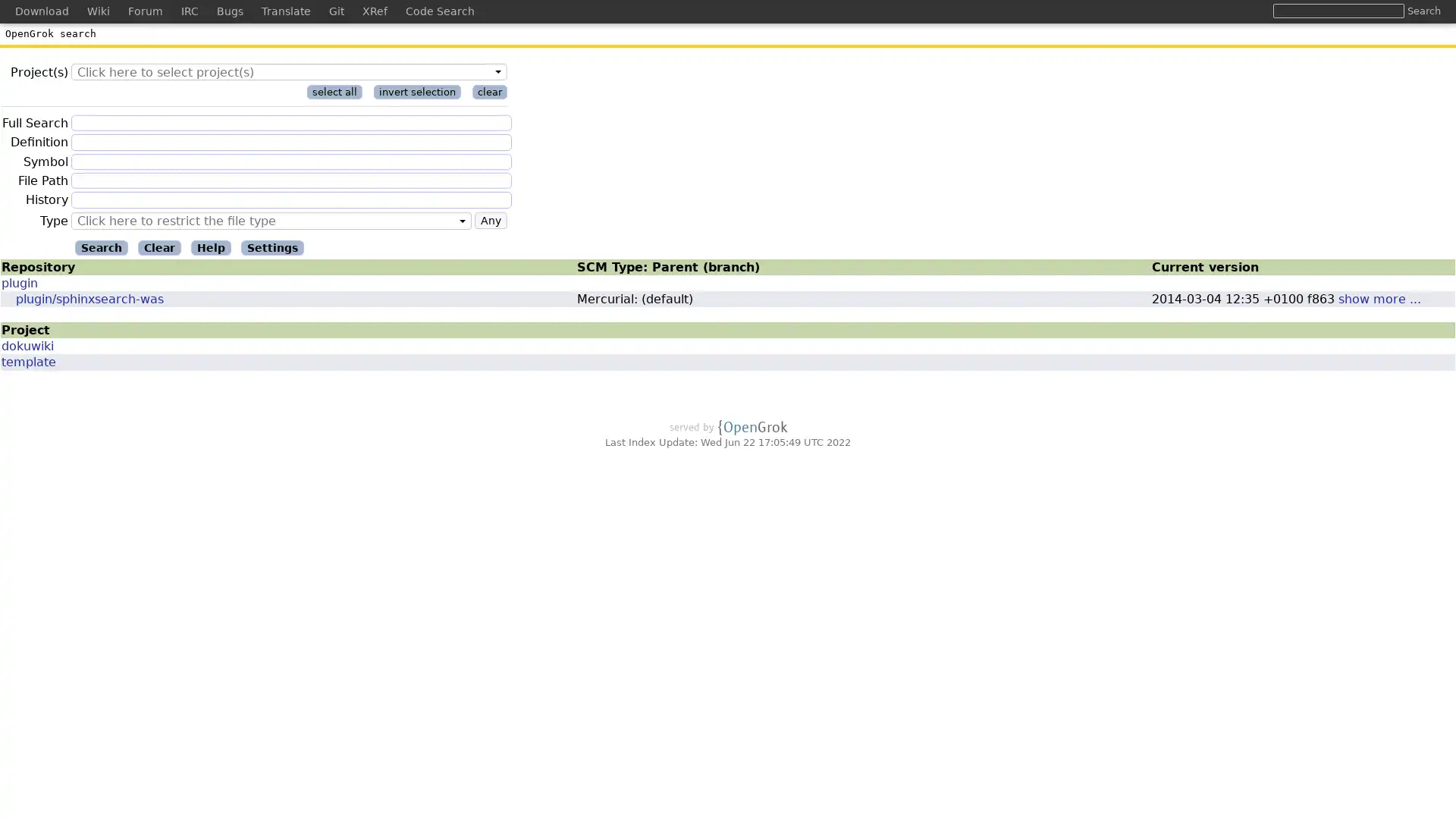 This screenshot has height=819, width=1456. What do you see at coordinates (159, 246) in the screenshot?
I see `Clear` at bounding box center [159, 246].